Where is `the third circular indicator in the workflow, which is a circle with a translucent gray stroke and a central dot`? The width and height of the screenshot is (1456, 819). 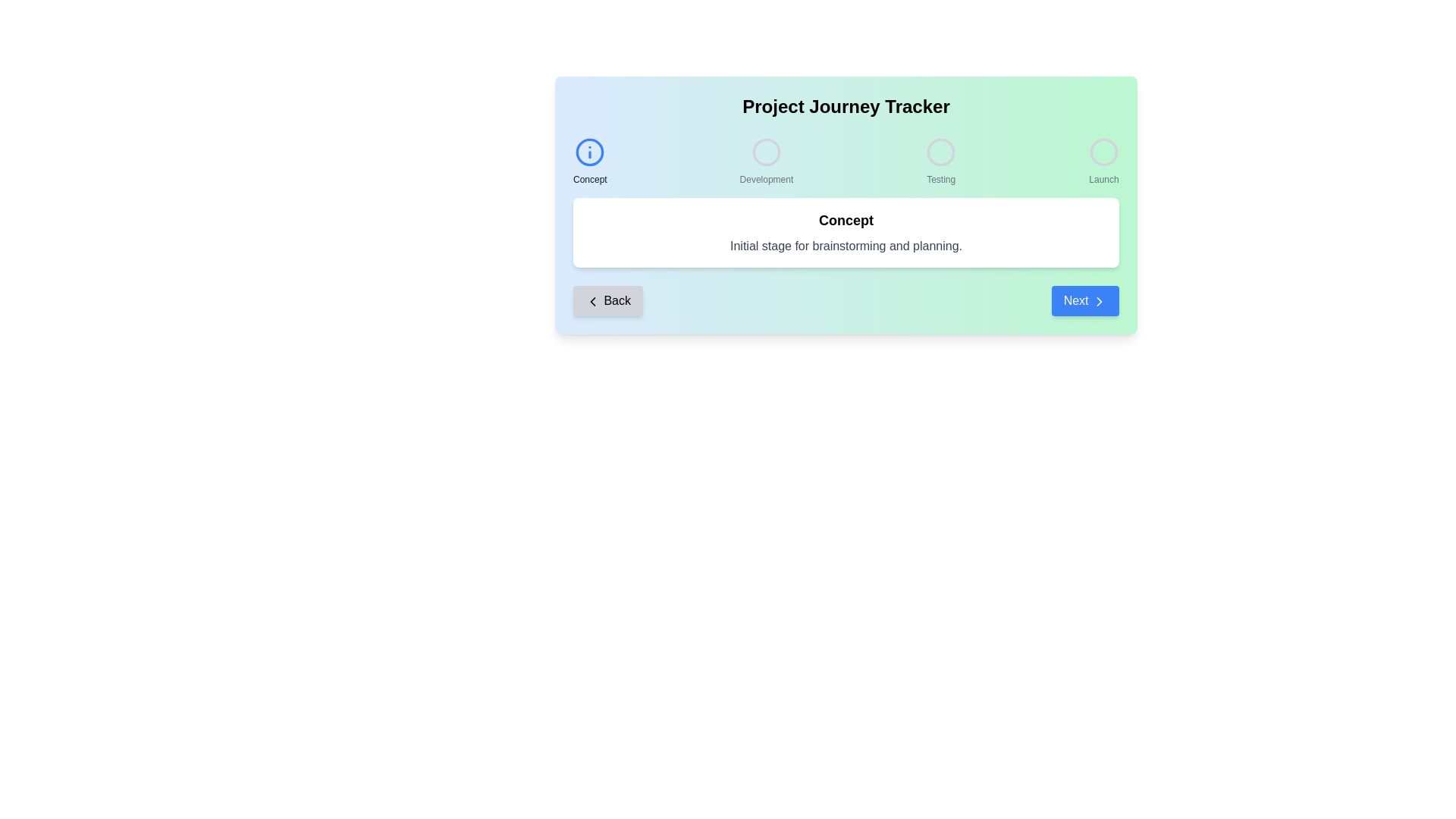 the third circular indicator in the workflow, which is a circle with a translucent gray stroke and a central dot is located at coordinates (940, 152).